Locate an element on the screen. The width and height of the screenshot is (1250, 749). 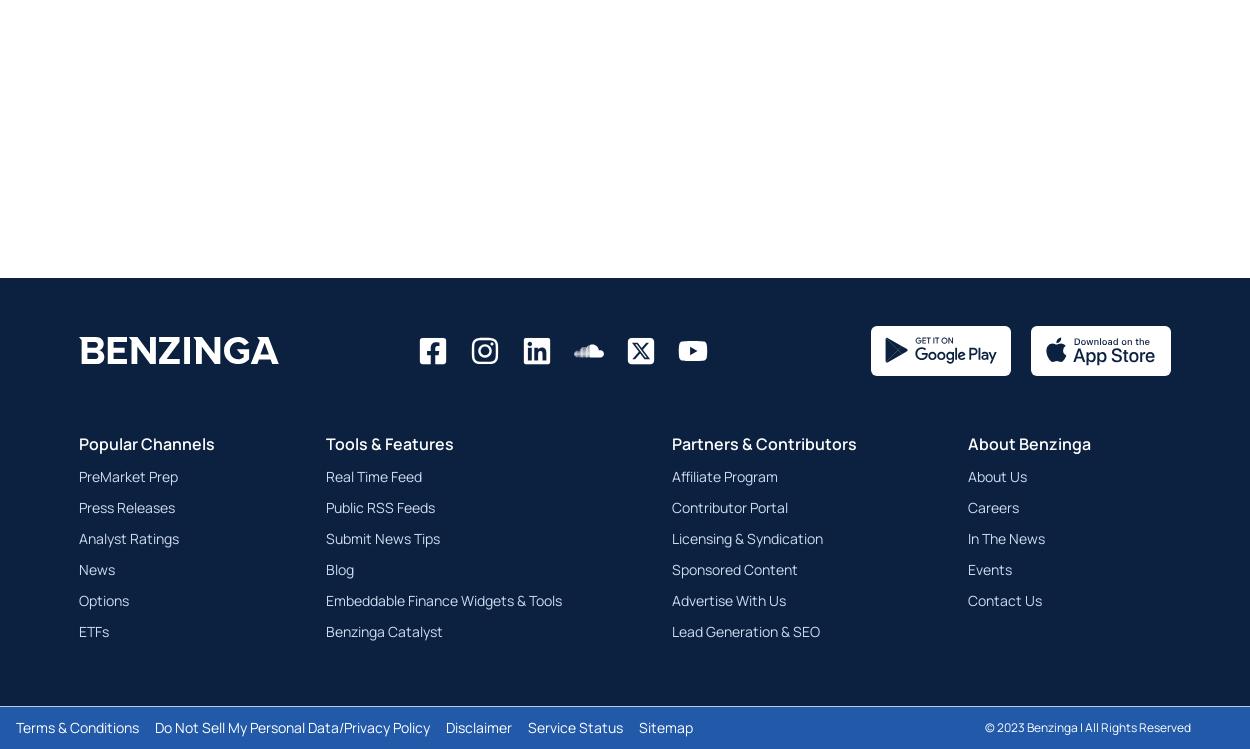
'Disclaimer' is located at coordinates (478, 726).